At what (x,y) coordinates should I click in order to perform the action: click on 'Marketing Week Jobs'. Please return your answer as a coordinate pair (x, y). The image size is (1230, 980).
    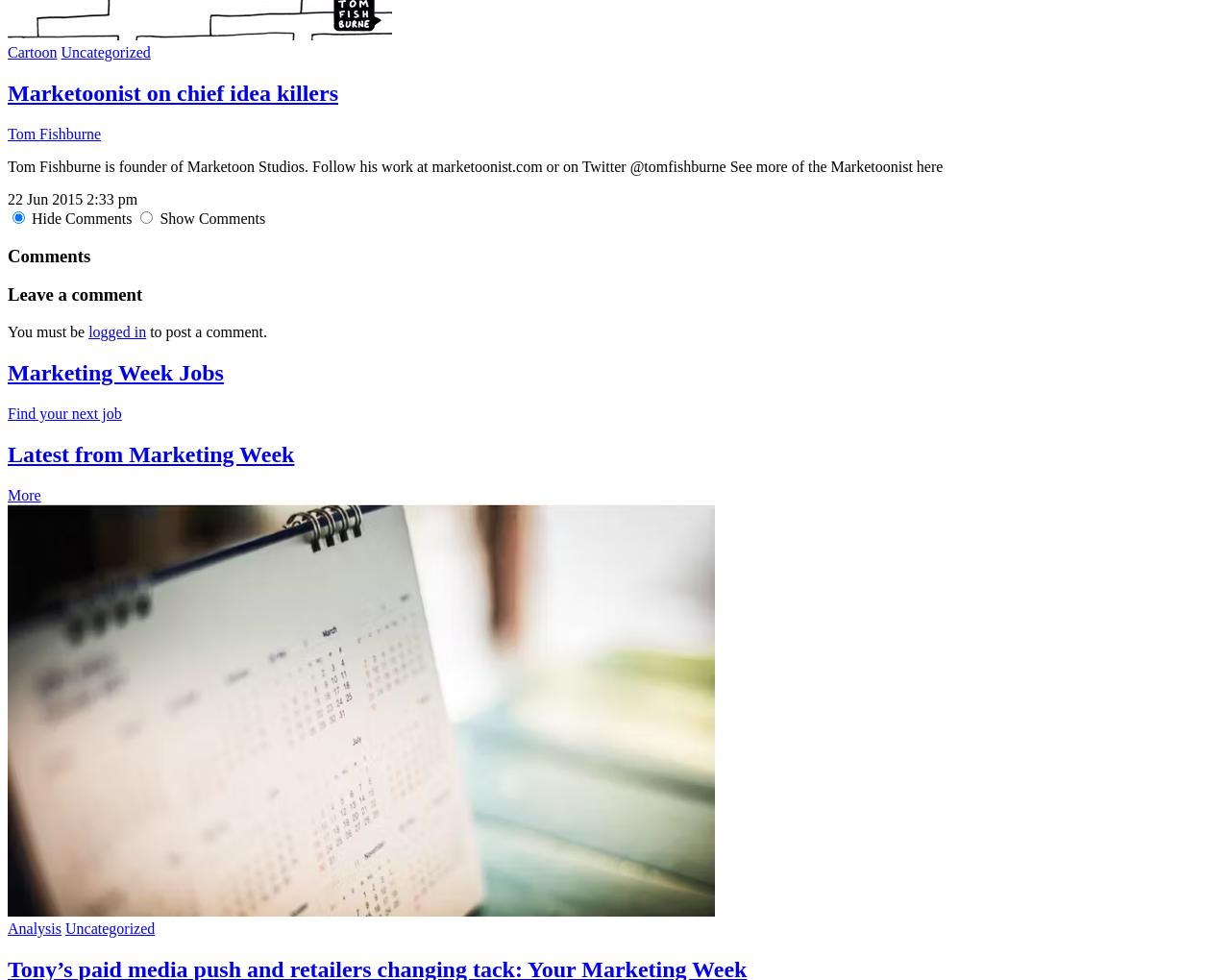
    Looking at the image, I should click on (114, 371).